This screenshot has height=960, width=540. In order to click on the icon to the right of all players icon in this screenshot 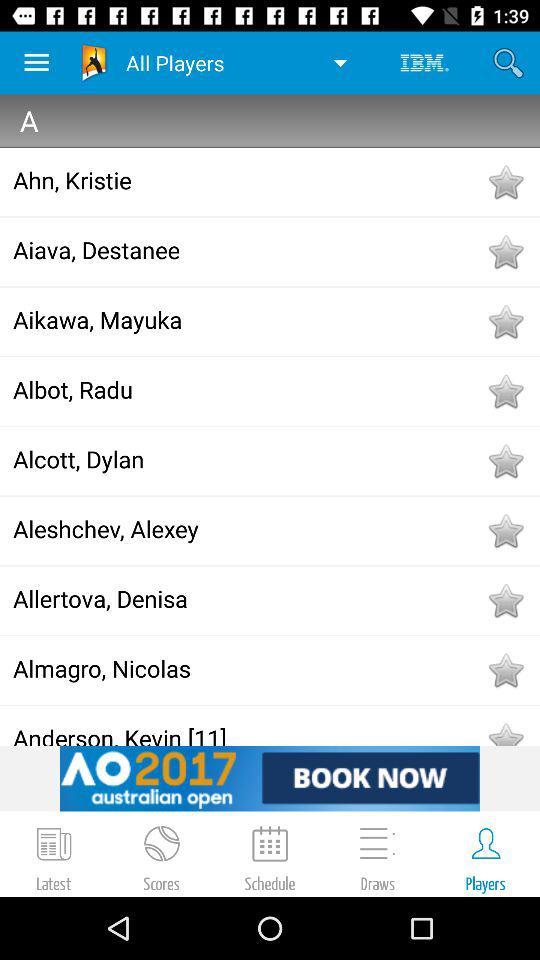, I will do `click(423, 62)`.